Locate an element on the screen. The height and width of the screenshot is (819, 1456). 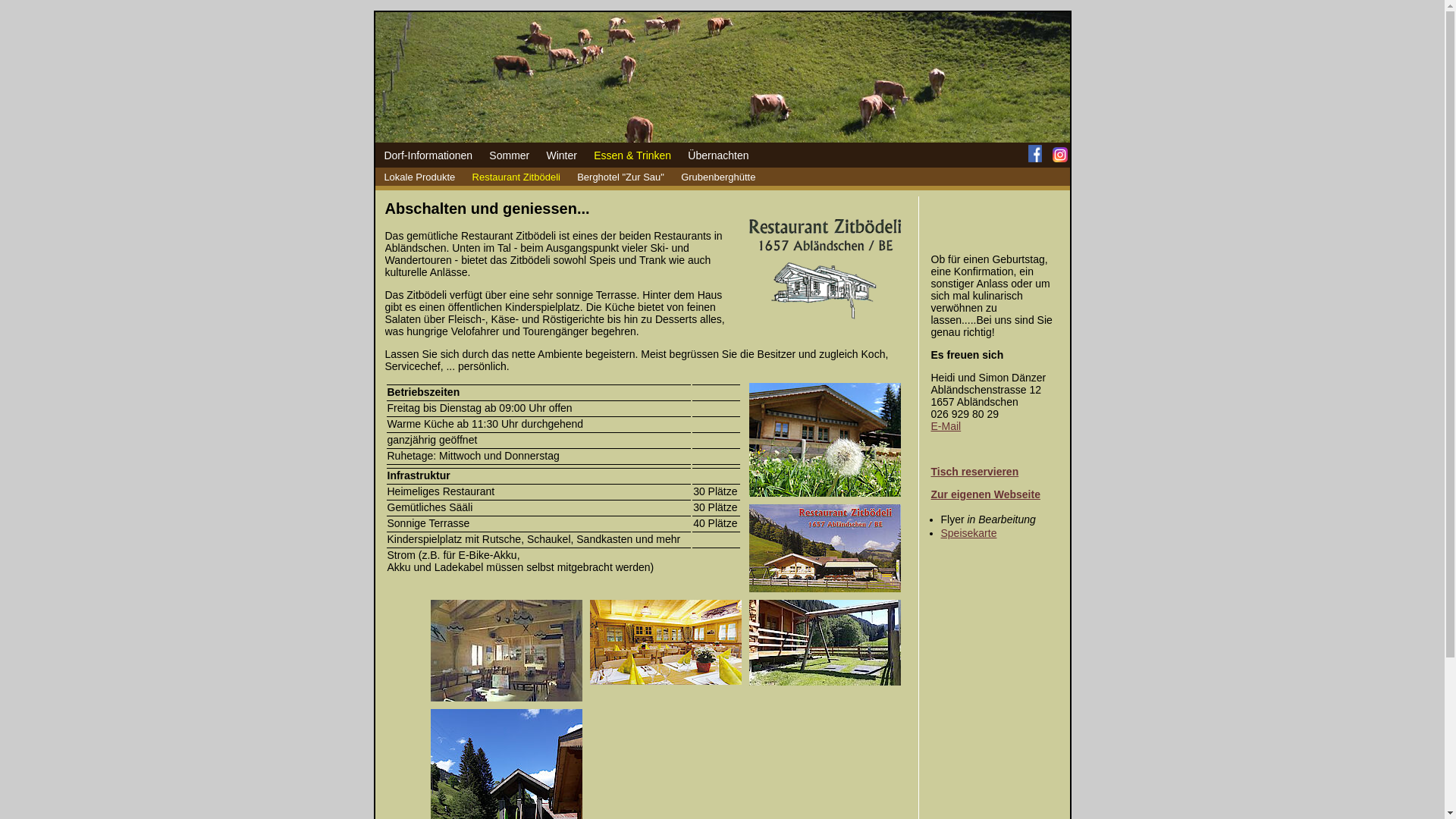
'E-Mail' is located at coordinates (930, 426).